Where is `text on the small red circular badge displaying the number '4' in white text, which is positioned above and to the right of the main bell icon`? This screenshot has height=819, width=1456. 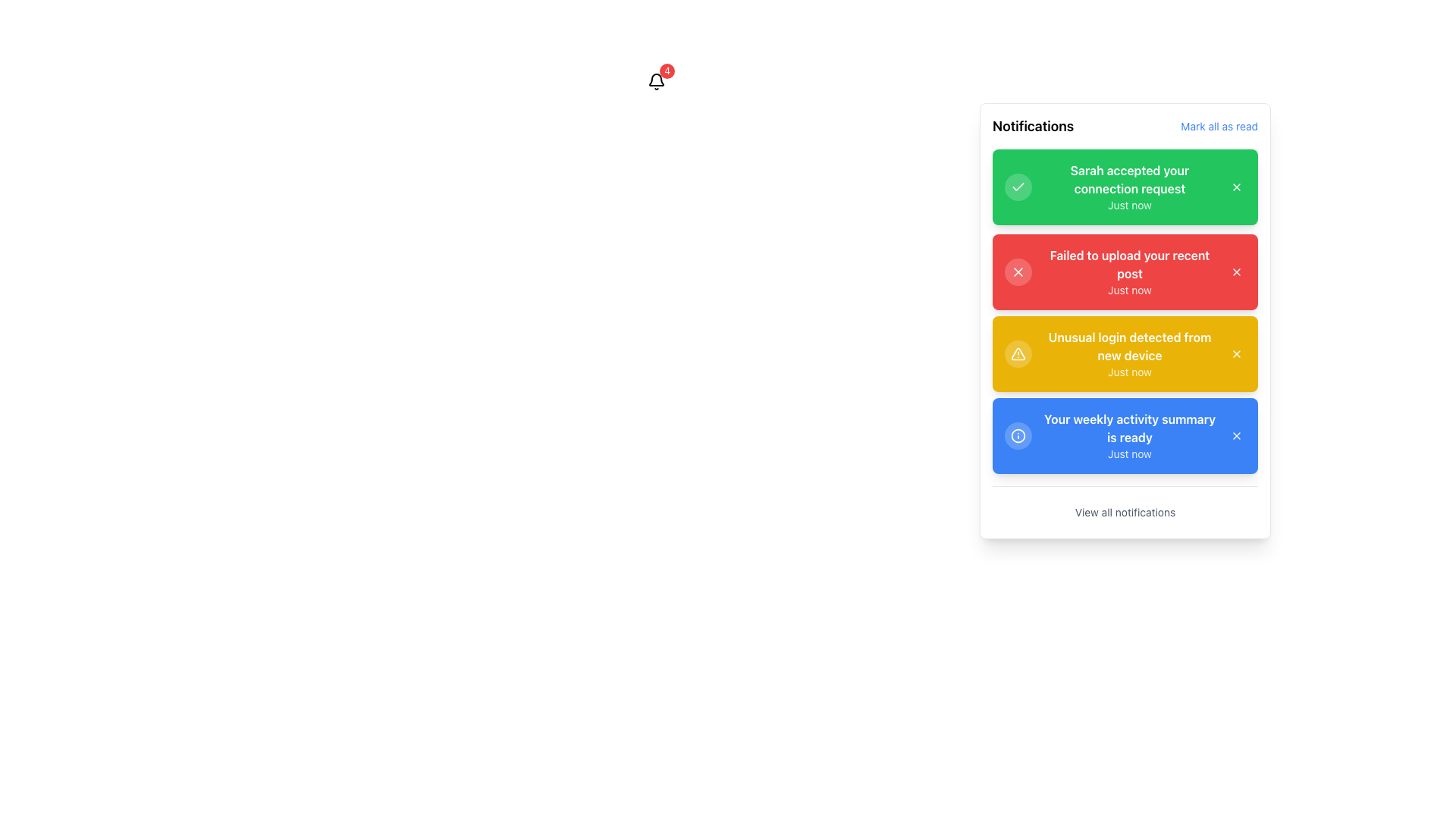
text on the small red circular badge displaying the number '4' in white text, which is positioned above and to the right of the main bell icon is located at coordinates (667, 71).